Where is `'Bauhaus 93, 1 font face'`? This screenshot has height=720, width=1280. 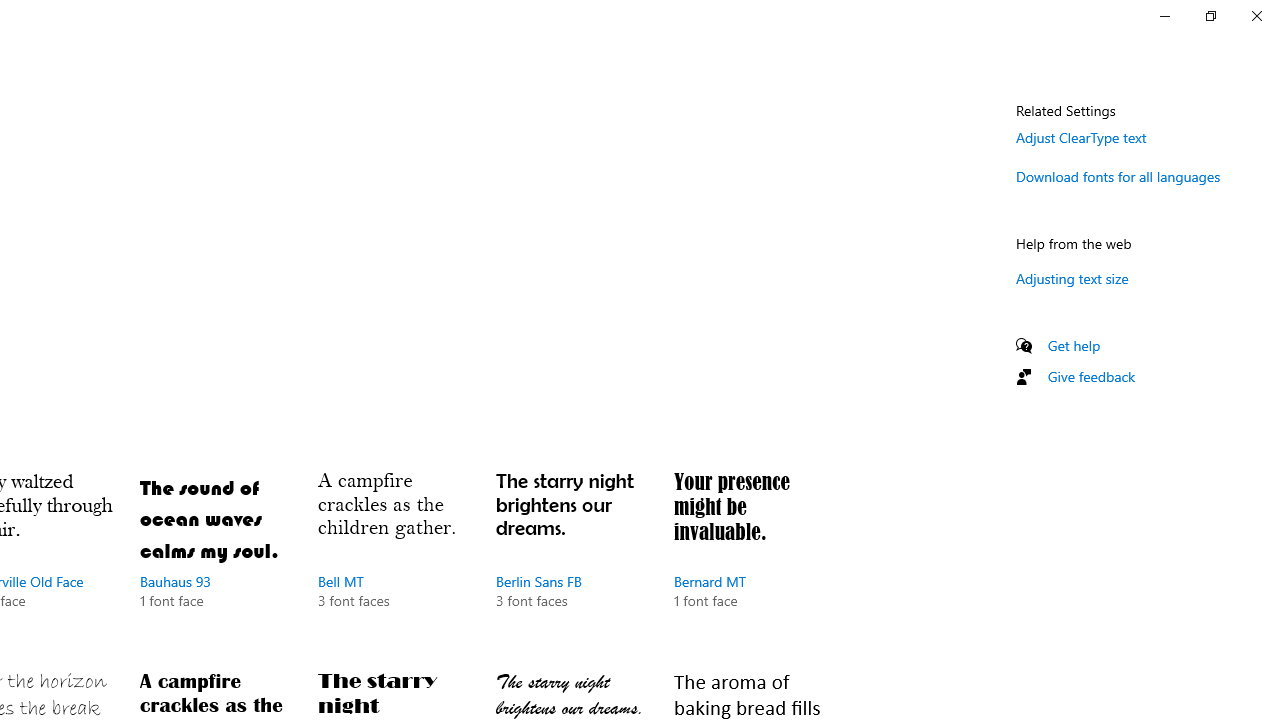
'Bauhaus 93, 1 font face' is located at coordinates (215, 560).